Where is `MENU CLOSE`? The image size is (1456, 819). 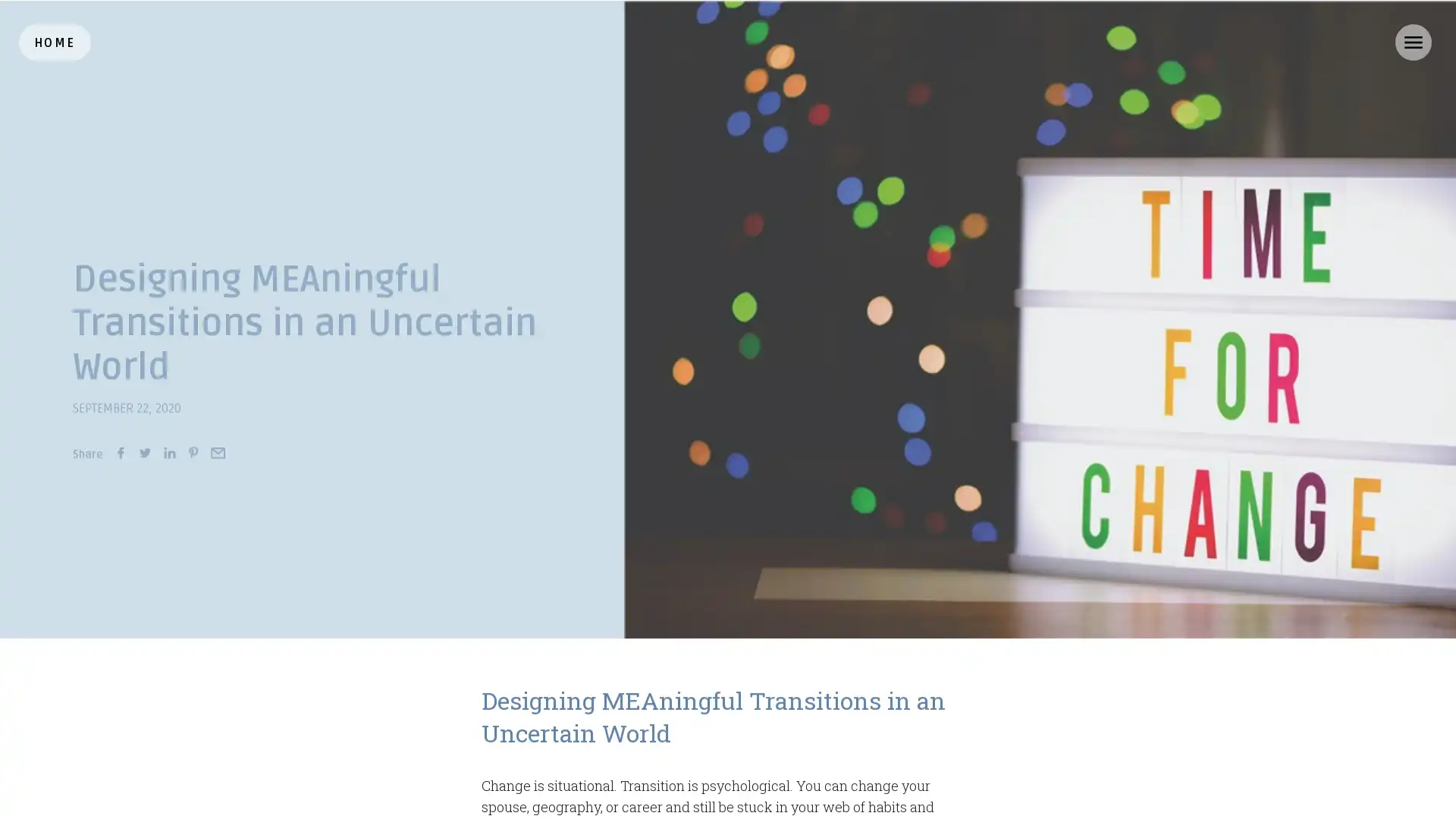 MENU CLOSE is located at coordinates (1412, 42).